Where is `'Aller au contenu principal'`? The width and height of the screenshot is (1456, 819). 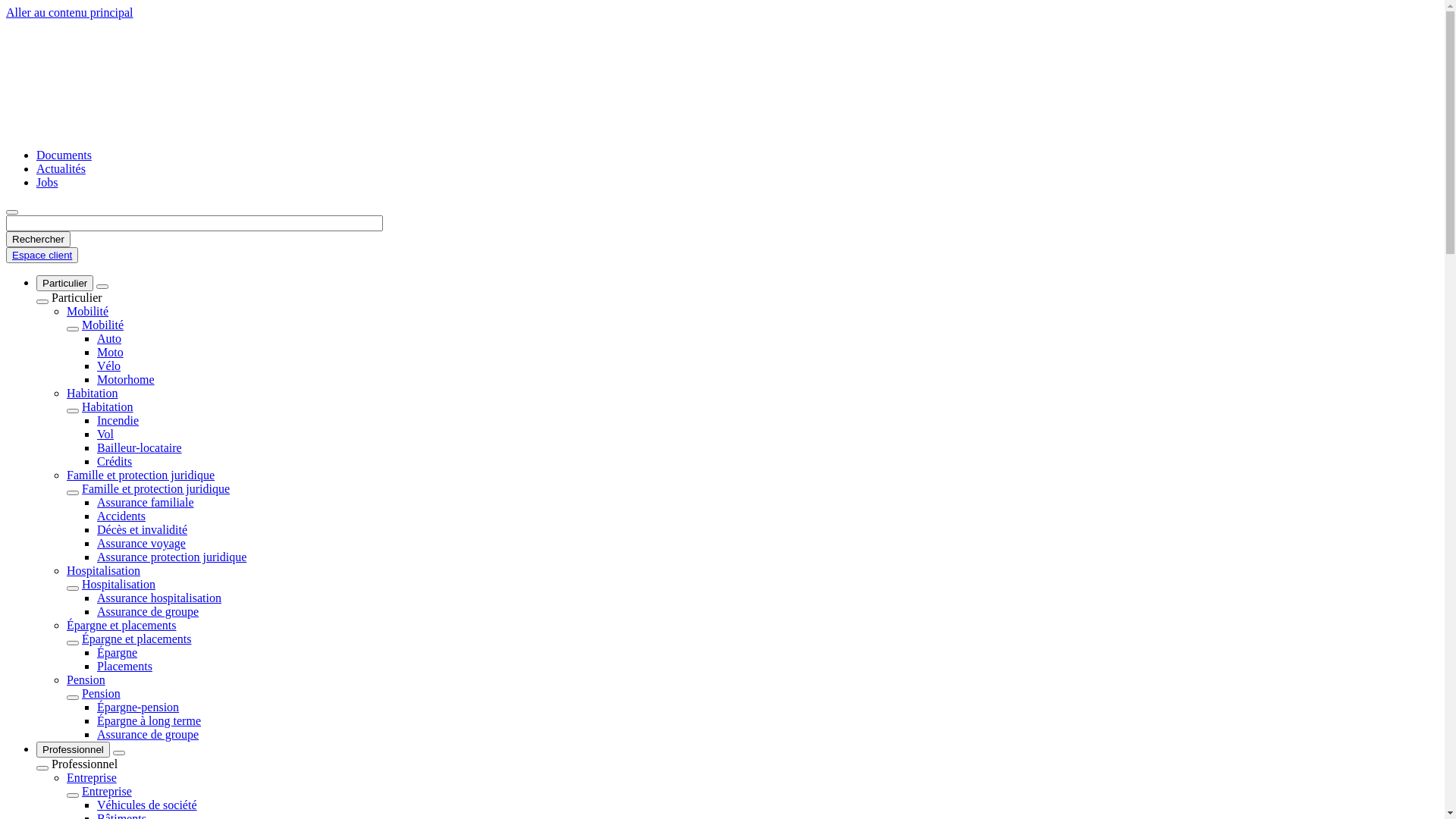
'Aller au contenu principal' is located at coordinates (68, 12).